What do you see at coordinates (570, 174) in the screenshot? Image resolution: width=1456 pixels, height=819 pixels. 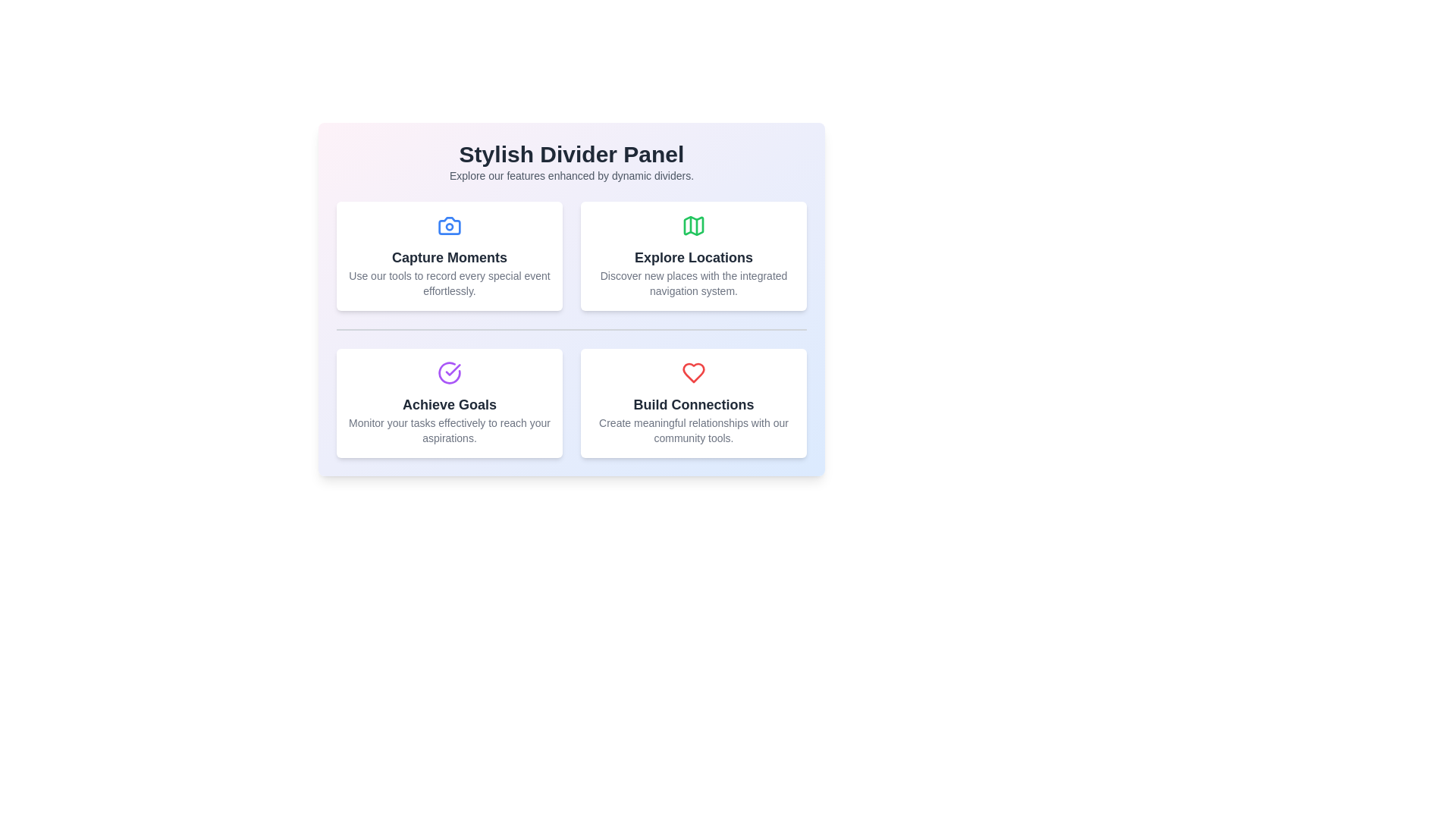 I see `the Text Display that says 'Explore our features enhanced by dynamic dividers.' which is located centrally below the header 'Stylish Divider Panel.'` at bounding box center [570, 174].